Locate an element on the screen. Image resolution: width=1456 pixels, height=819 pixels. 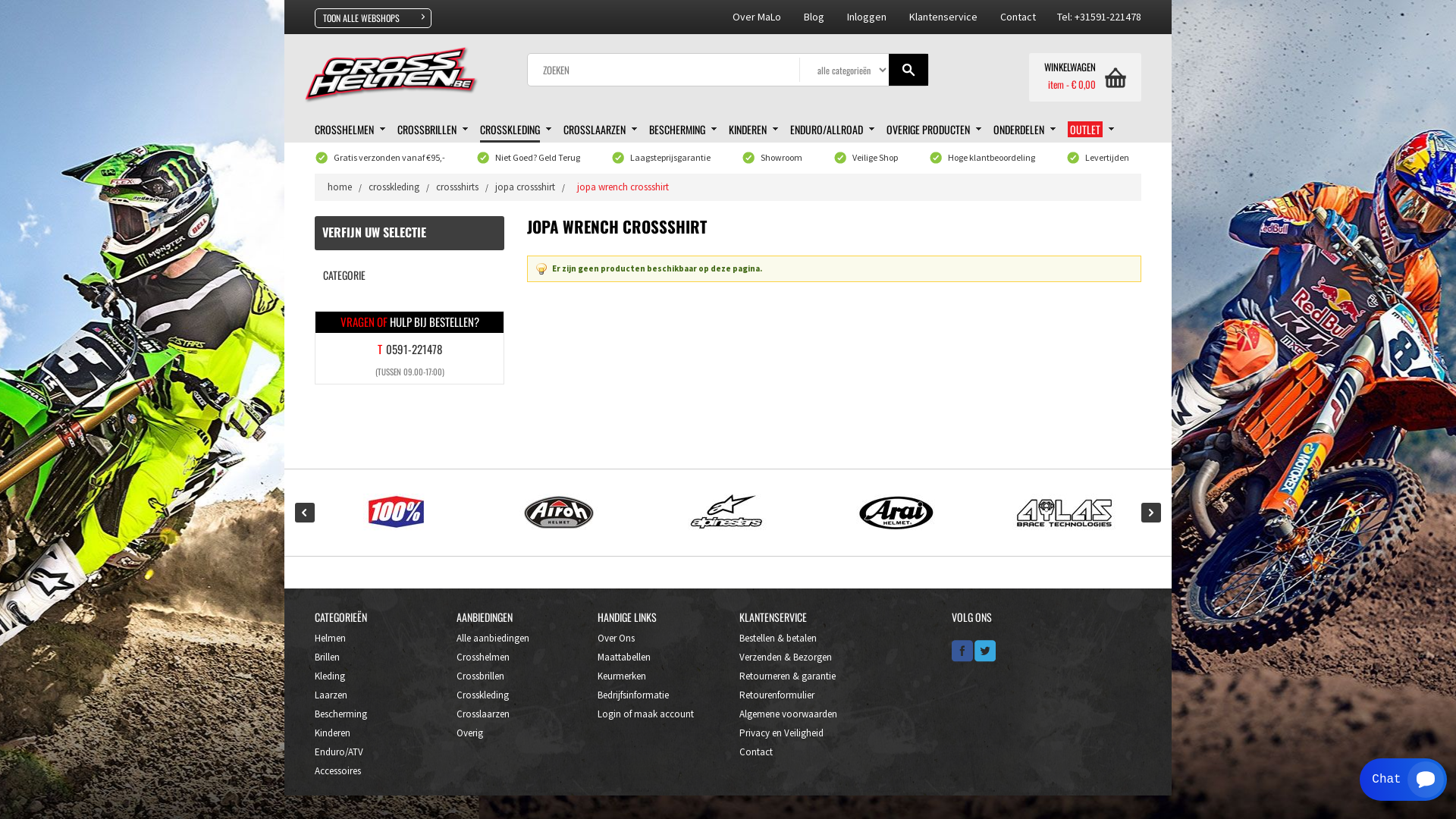
'crosskleding' is located at coordinates (394, 186).